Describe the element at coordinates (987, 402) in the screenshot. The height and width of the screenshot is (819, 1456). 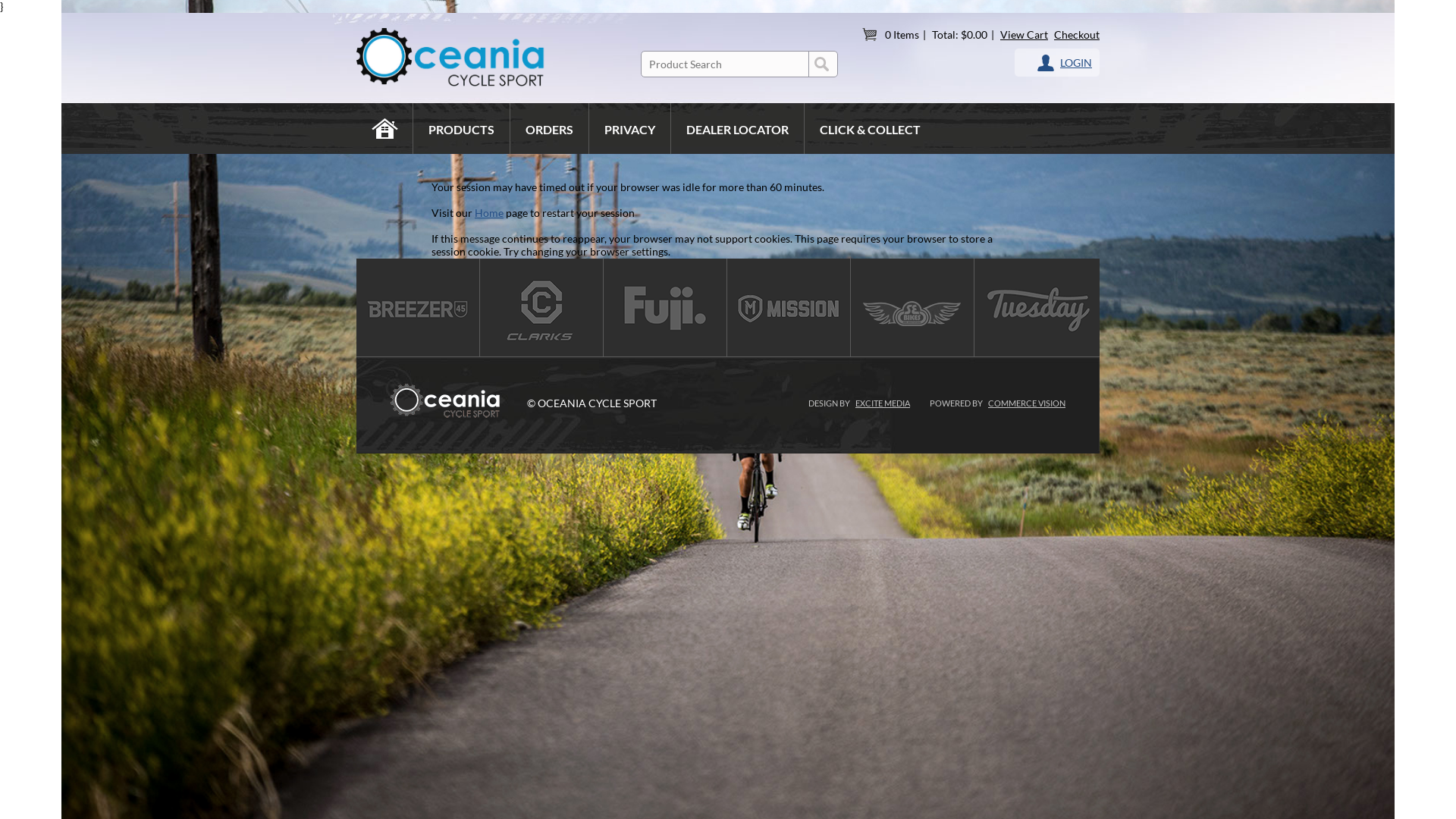
I see `'COMMERCE VISION'` at that location.